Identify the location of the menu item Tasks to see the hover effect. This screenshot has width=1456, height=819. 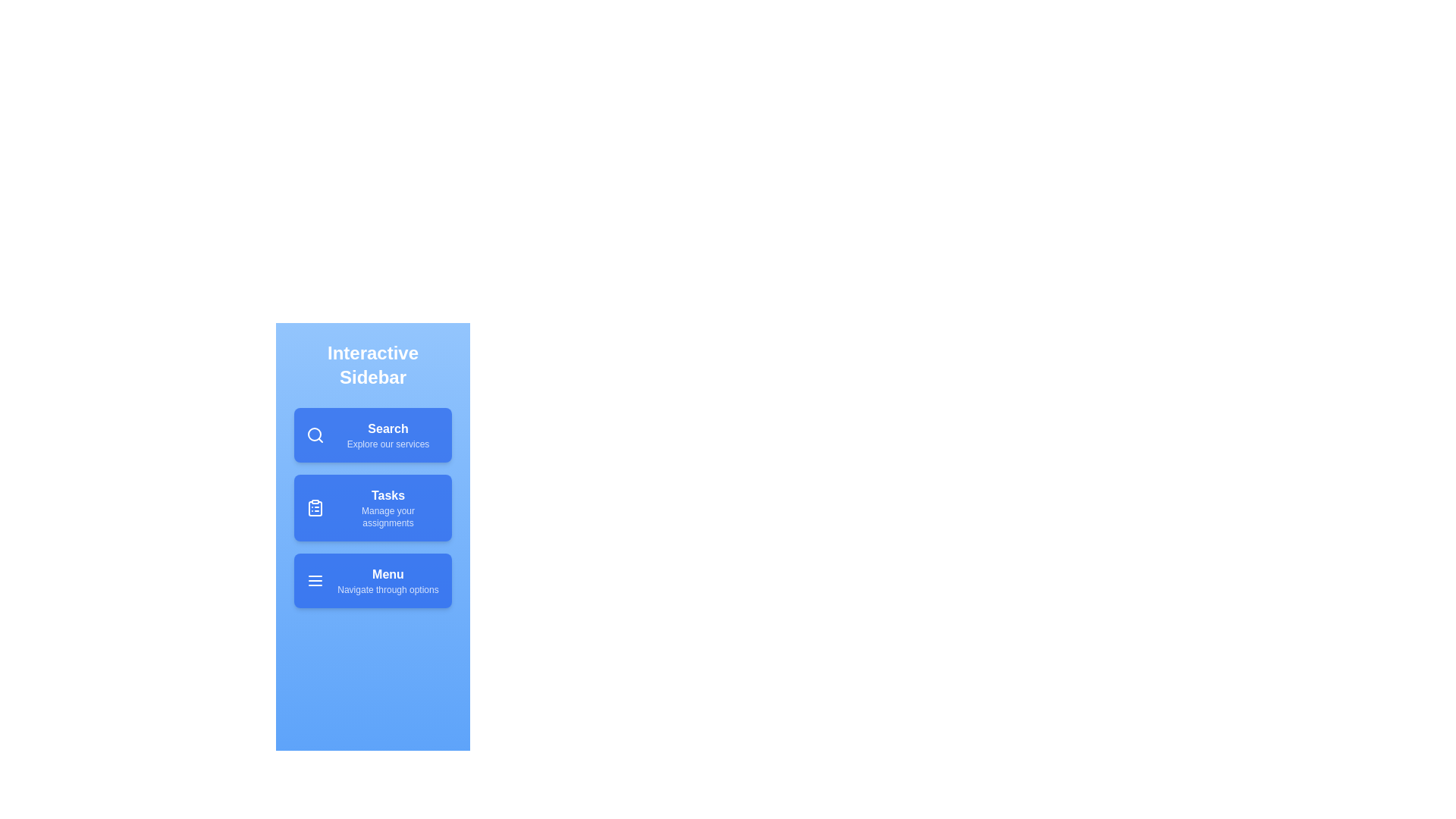
(372, 508).